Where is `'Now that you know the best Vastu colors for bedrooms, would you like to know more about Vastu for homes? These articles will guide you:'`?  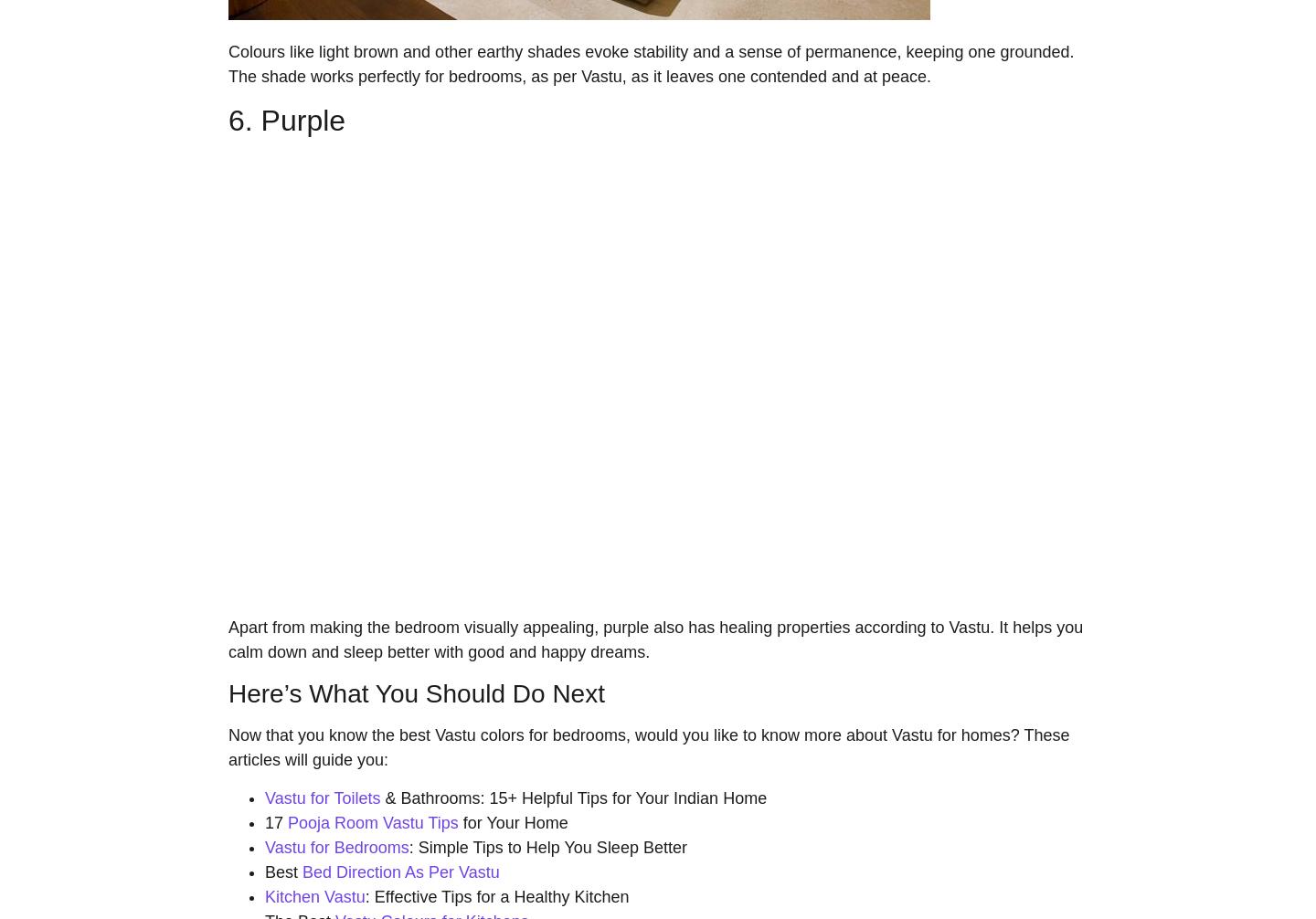 'Now that you know the best Vastu colors for bedrooms, would you like to know more about Vastu for homes? These articles will guide you:' is located at coordinates (227, 746).